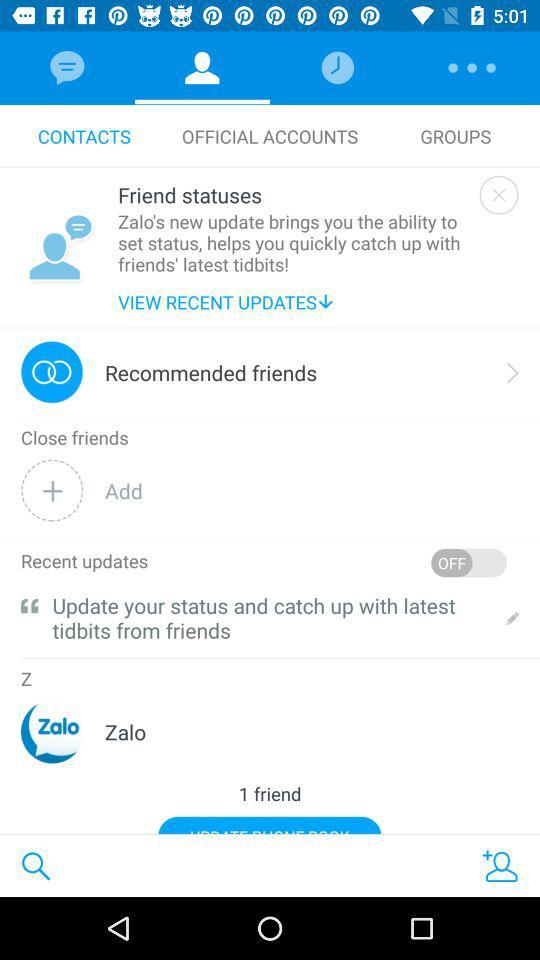 This screenshot has height=960, width=540. Describe the element at coordinates (498, 195) in the screenshot. I see `prompt` at that location.